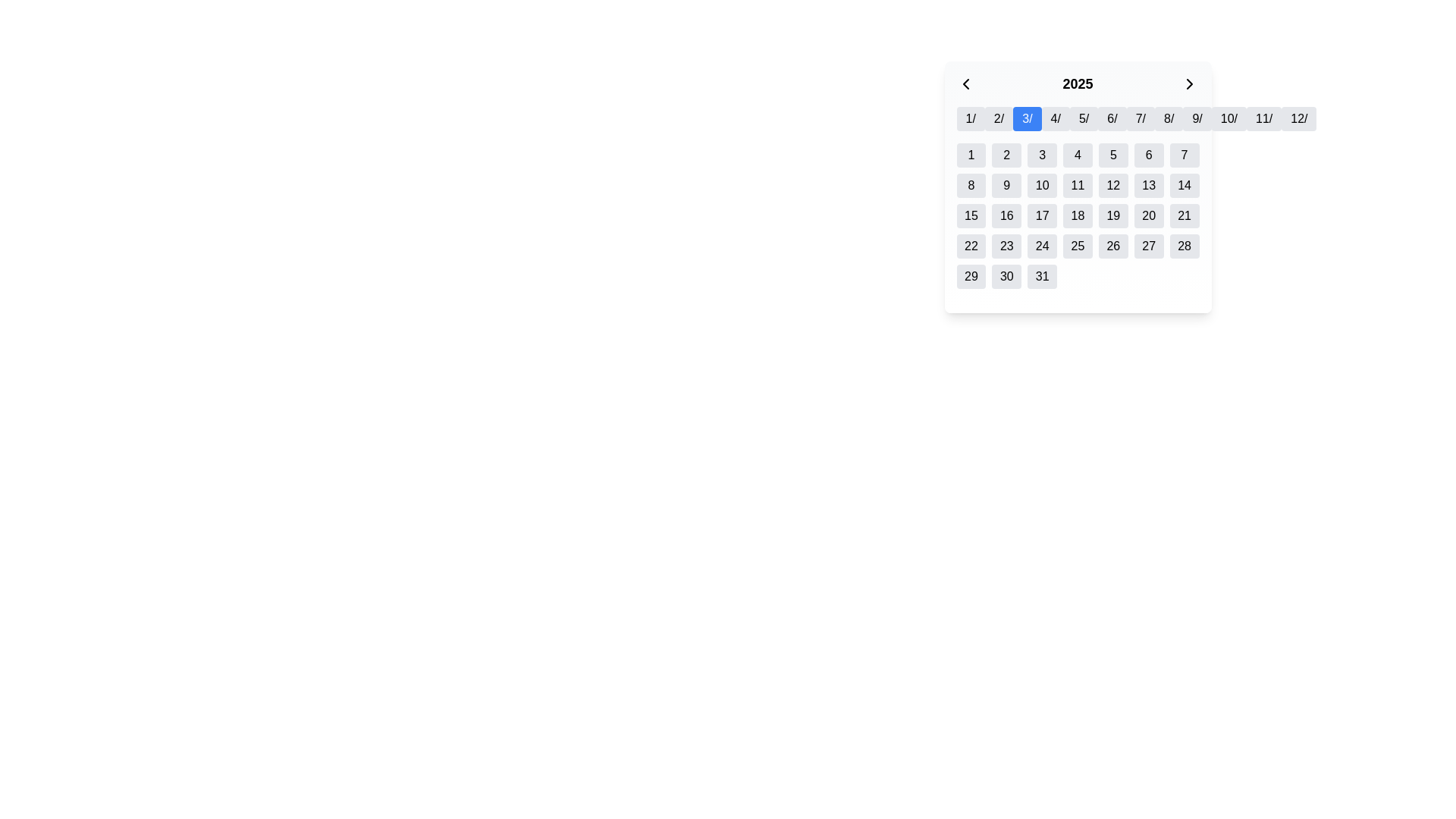 The height and width of the screenshot is (819, 1456). I want to click on the button containing the number '25' in black text on a light gray background, so click(1077, 245).